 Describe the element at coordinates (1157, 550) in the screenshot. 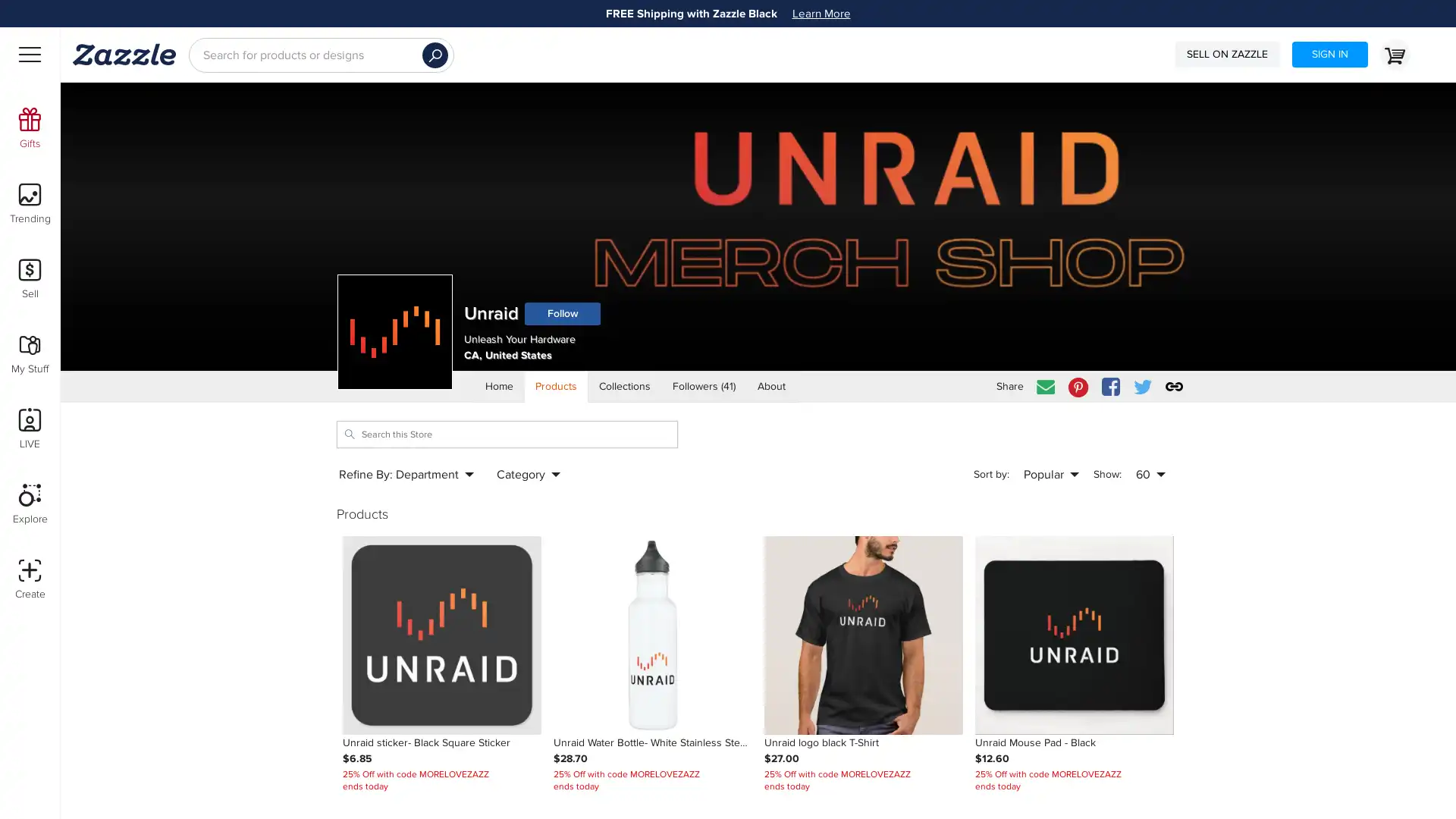

I see `Like` at that location.